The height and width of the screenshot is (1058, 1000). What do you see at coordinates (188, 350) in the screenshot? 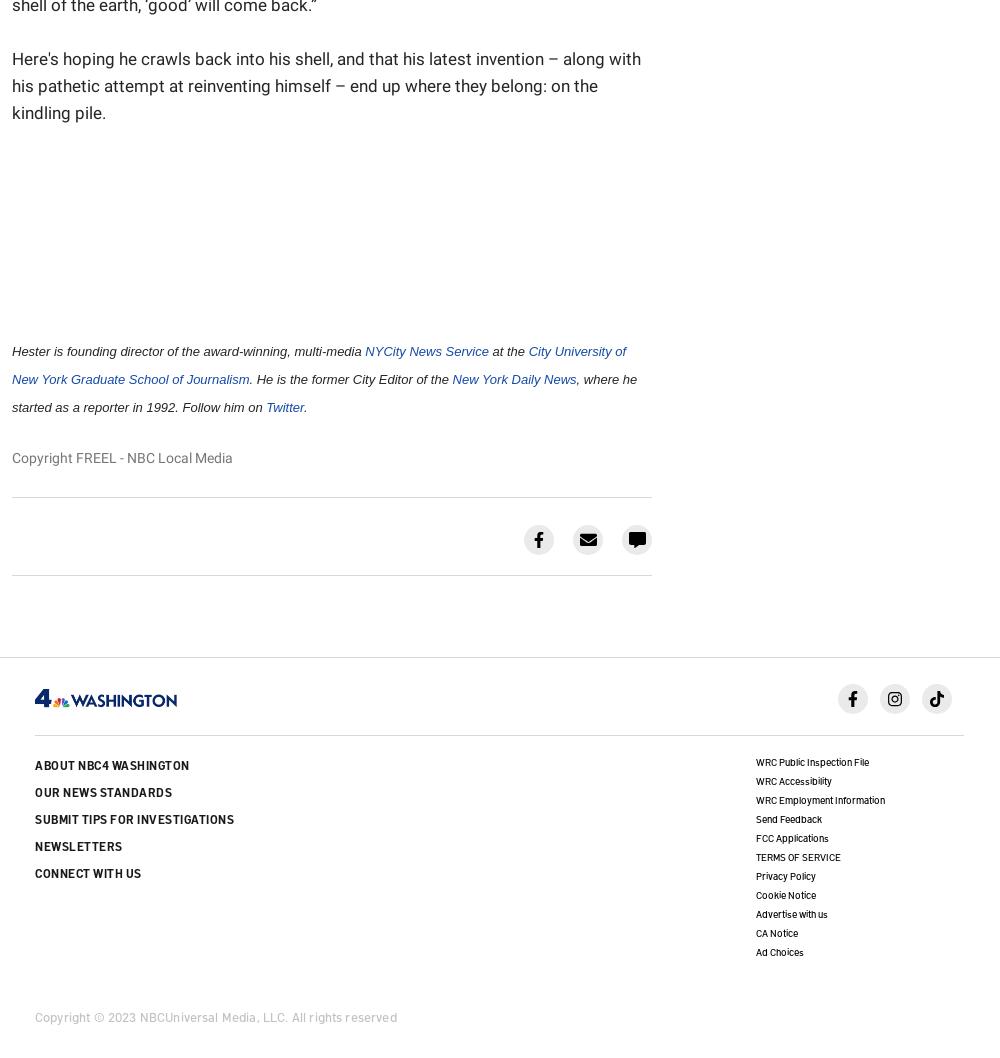
I see `'Hester is founding director of the award-winning, multi-media'` at bounding box center [188, 350].